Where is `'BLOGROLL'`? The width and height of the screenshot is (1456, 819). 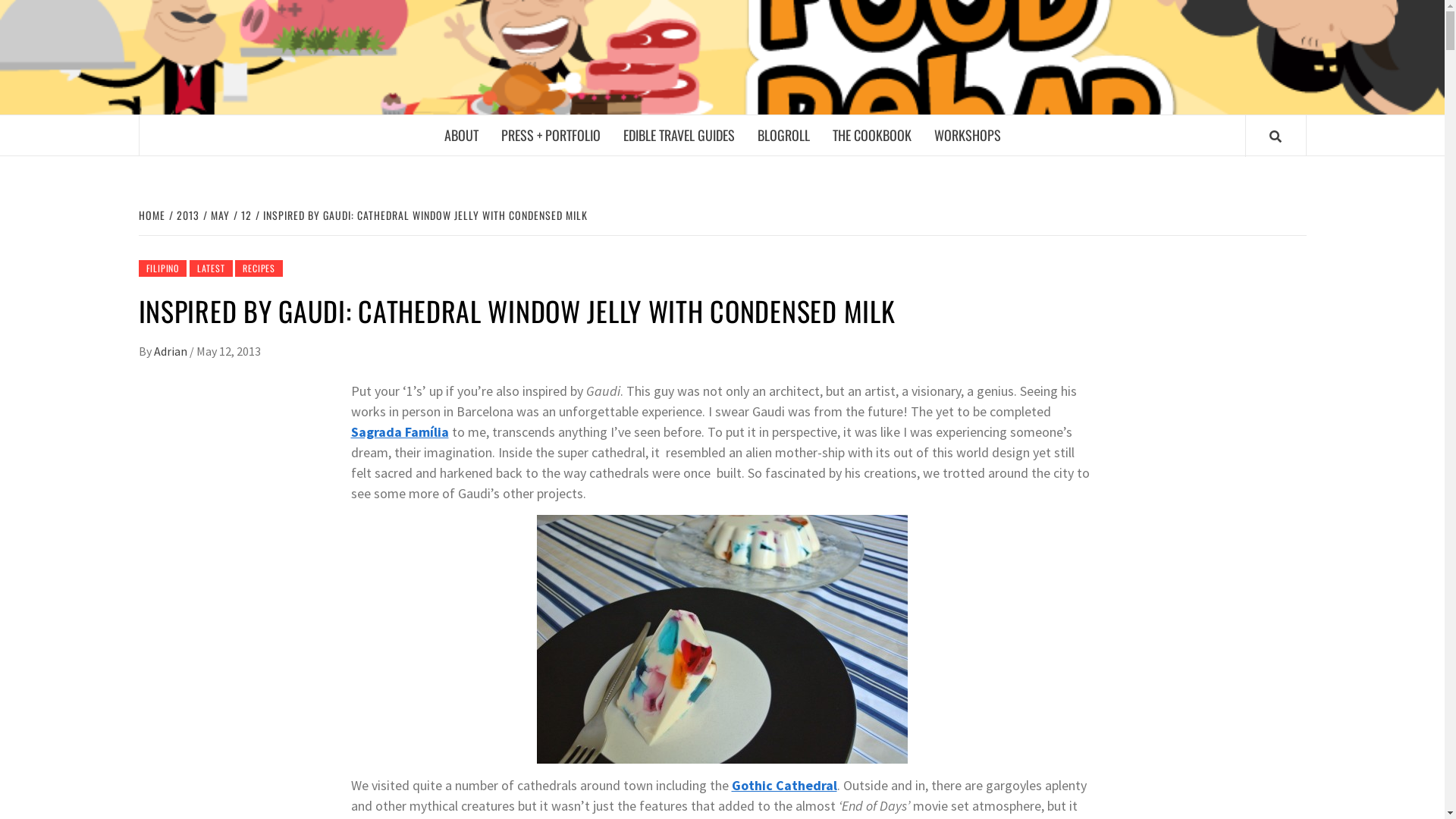 'BLOGROLL' is located at coordinates (783, 134).